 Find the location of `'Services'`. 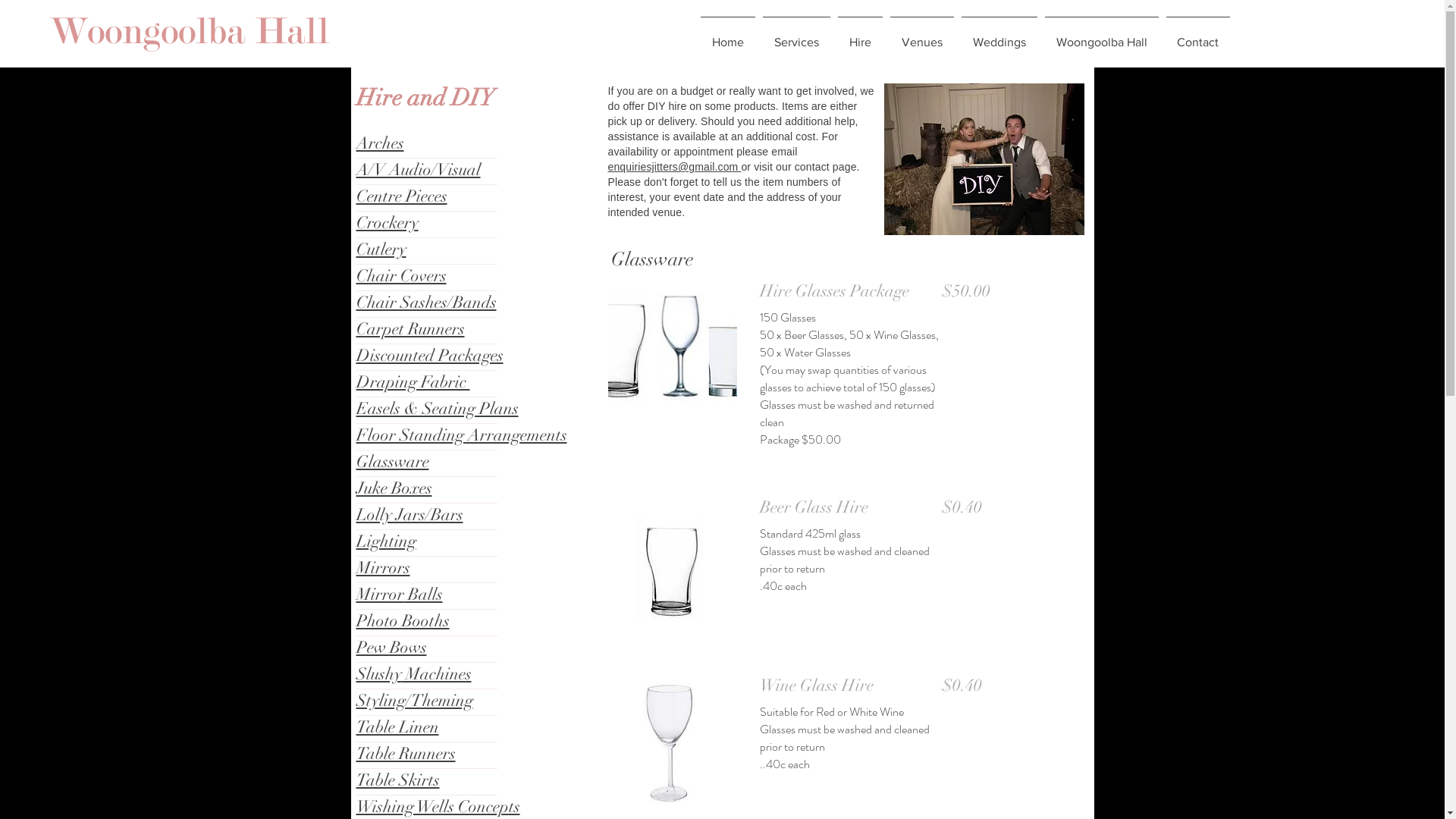

'Services' is located at coordinates (758, 34).